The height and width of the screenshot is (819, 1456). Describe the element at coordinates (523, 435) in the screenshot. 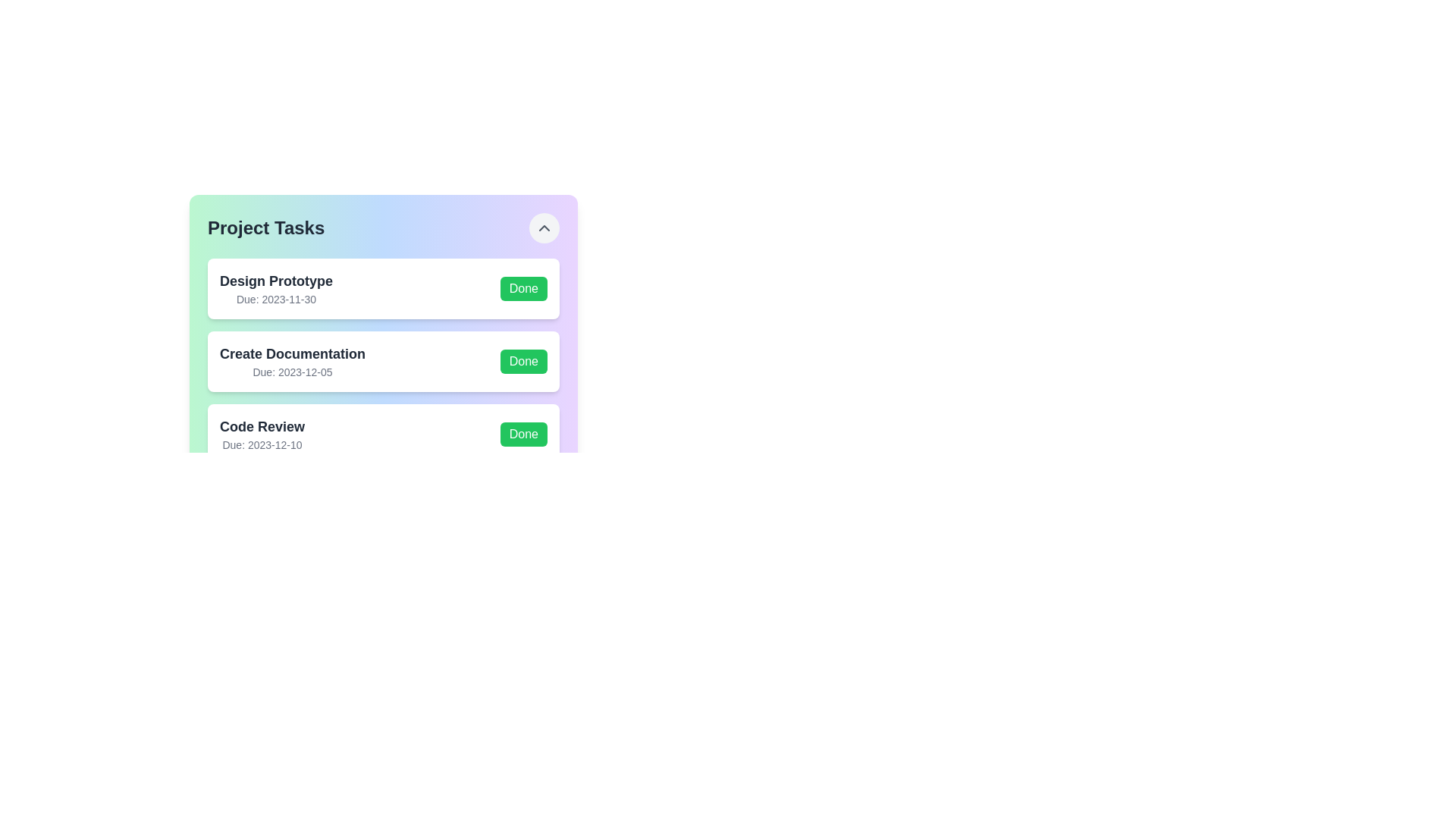

I see `'Done' button for the task 'Code Review'` at that location.